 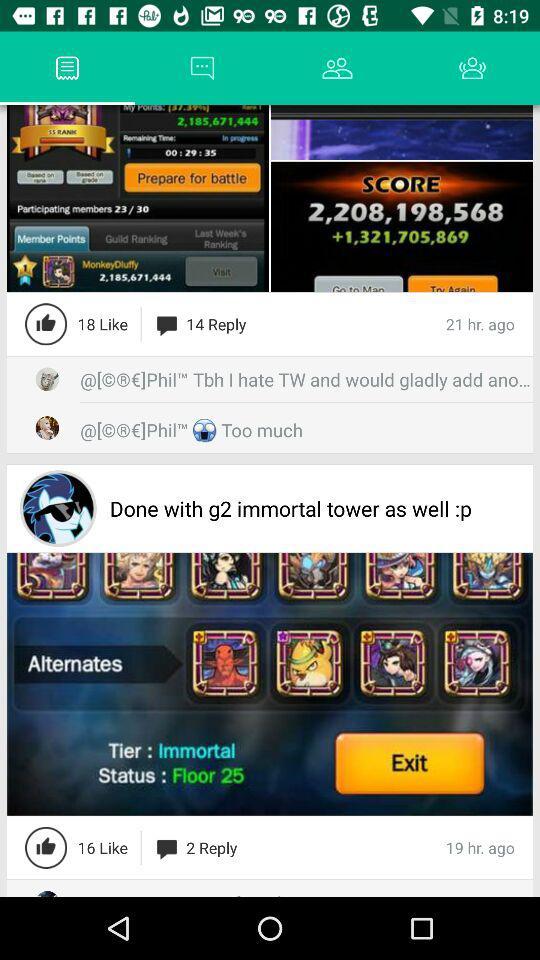 I want to click on app to the left of the forum icon, so click(x=36, y=68).